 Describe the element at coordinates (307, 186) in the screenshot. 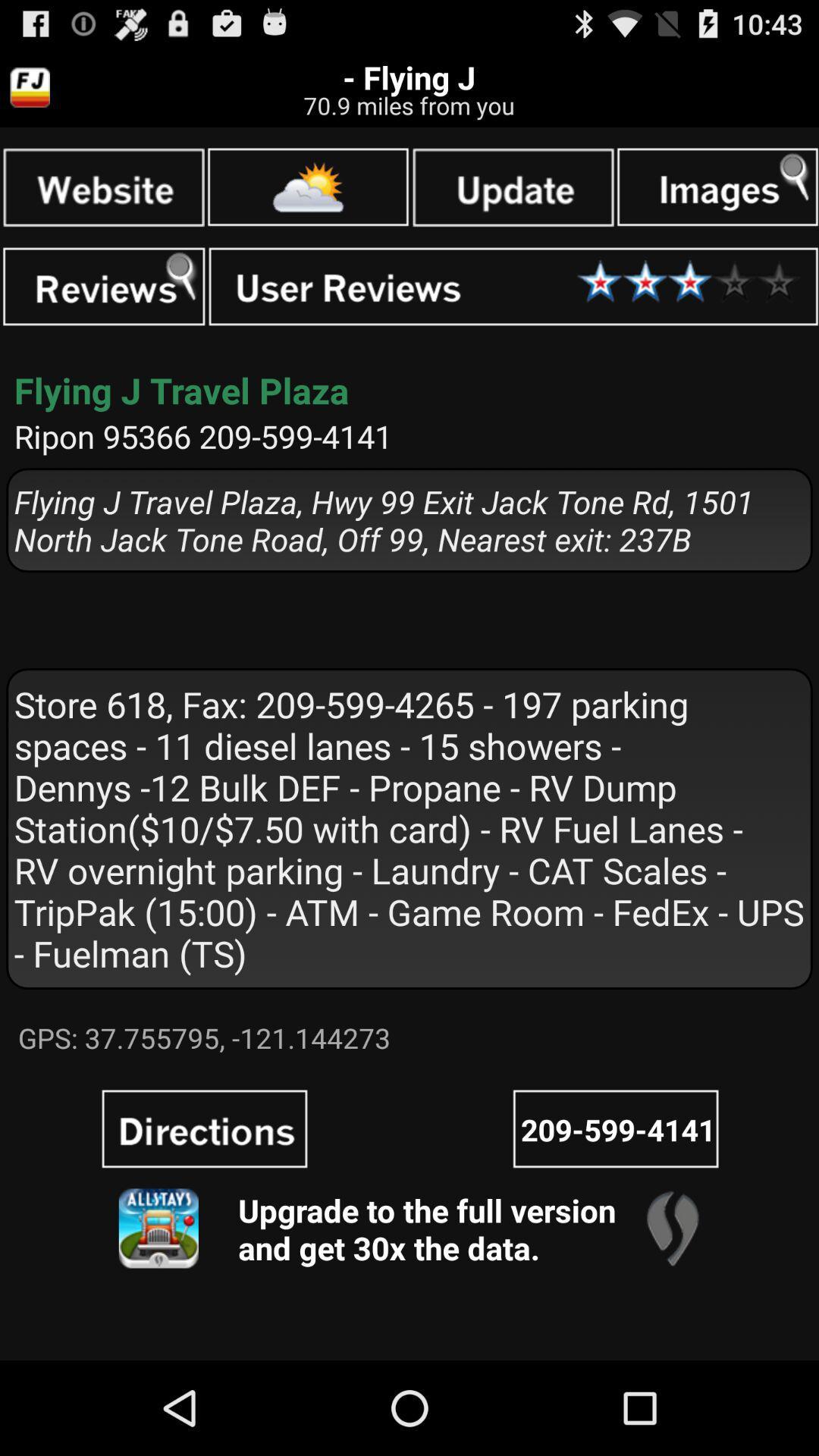

I see `the weather tab` at that location.